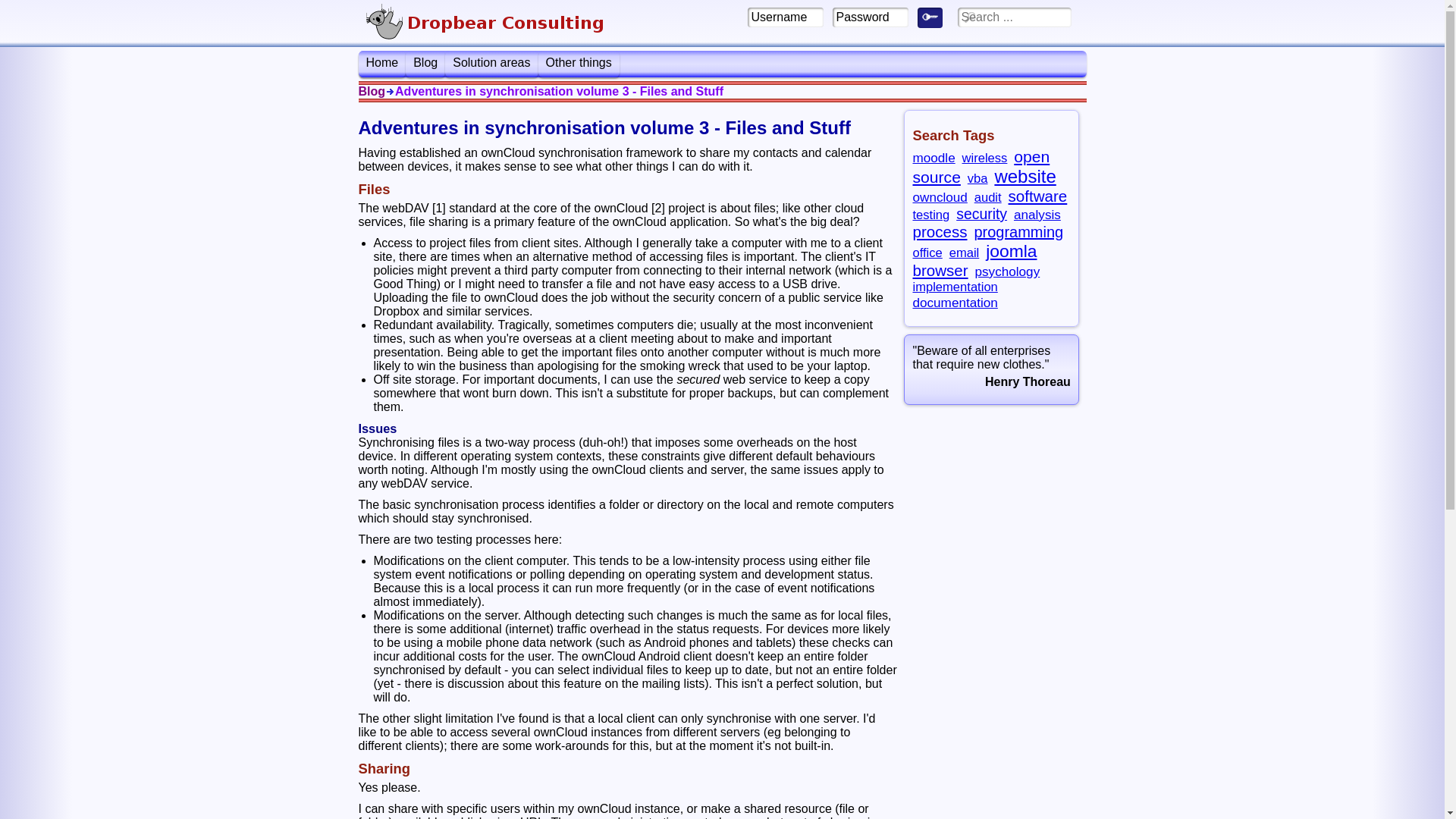 This screenshot has width=1456, height=819. I want to click on 'website', so click(993, 175).